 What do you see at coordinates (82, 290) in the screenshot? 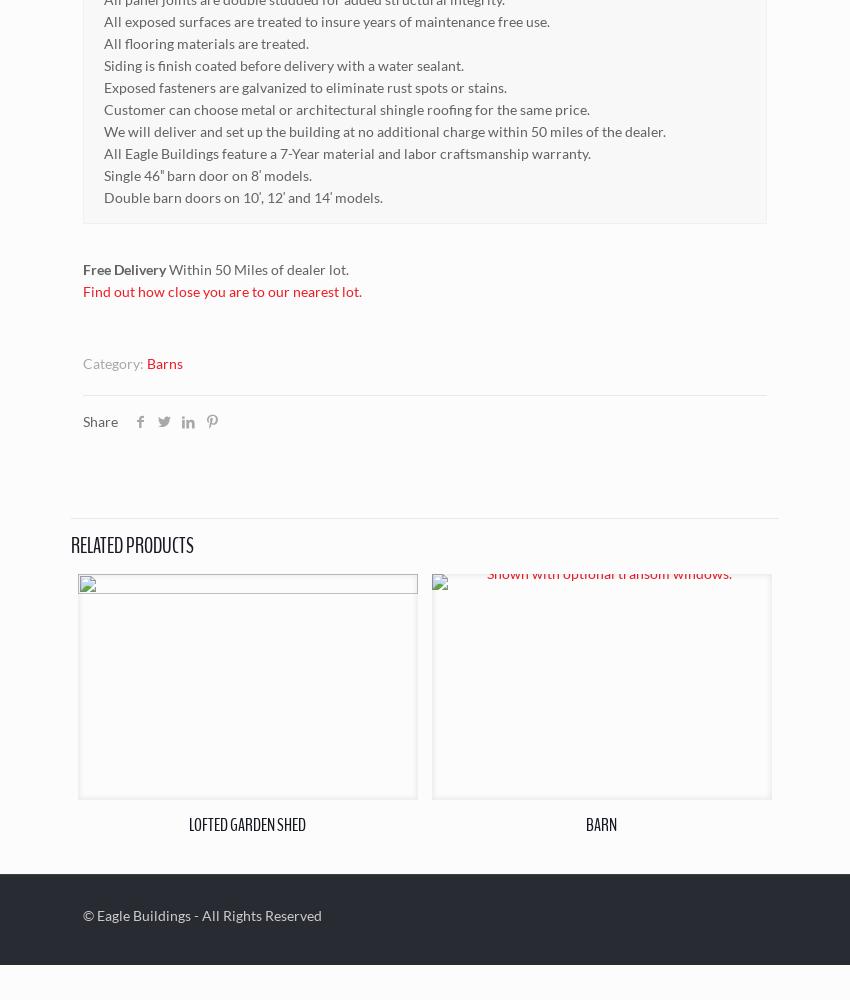
I see `'Find out how close you are to our nearest lot.'` at bounding box center [82, 290].